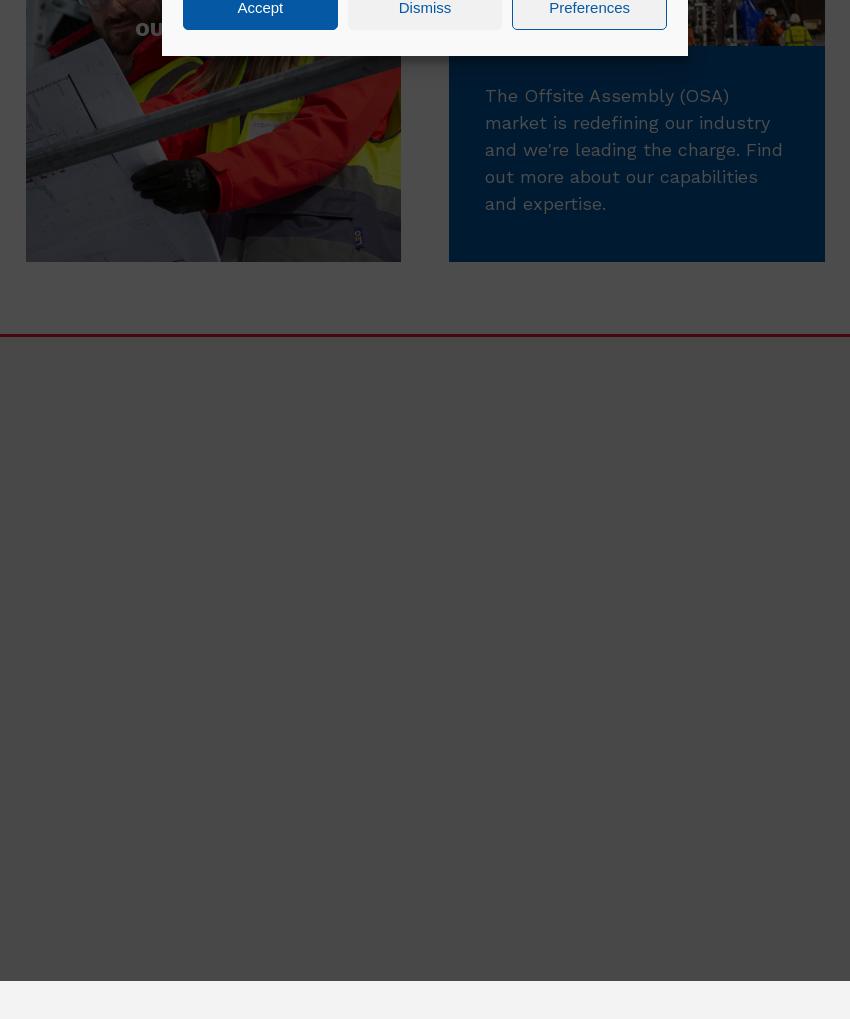 The width and height of the screenshot is (850, 1019). Describe the element at coordinates (623, 654) in the screenshot. I see `'Achieve The Incredible with Mercury'` at that location.